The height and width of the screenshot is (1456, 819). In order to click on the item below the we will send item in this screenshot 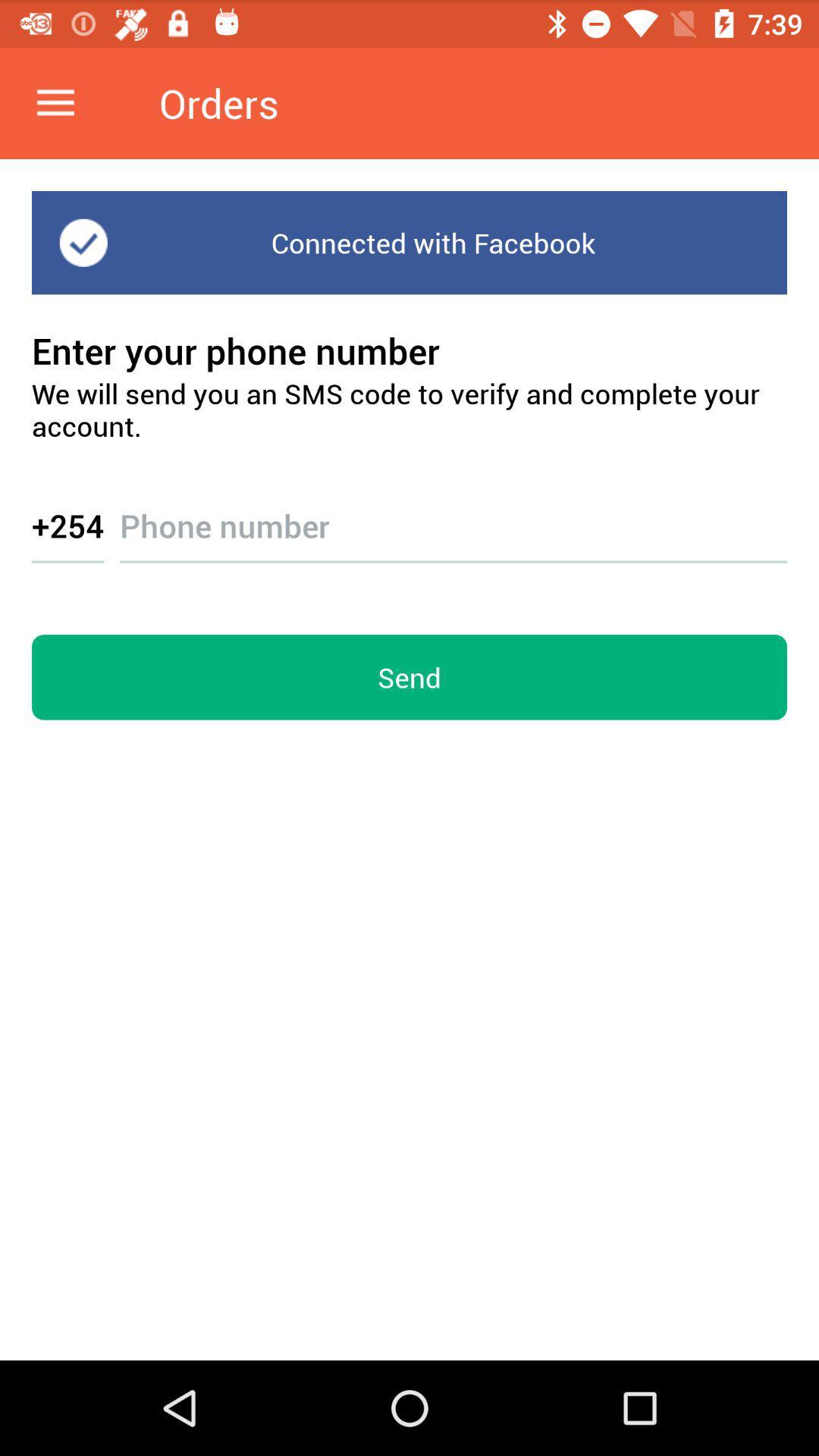, I will do `click(453, 512)`.